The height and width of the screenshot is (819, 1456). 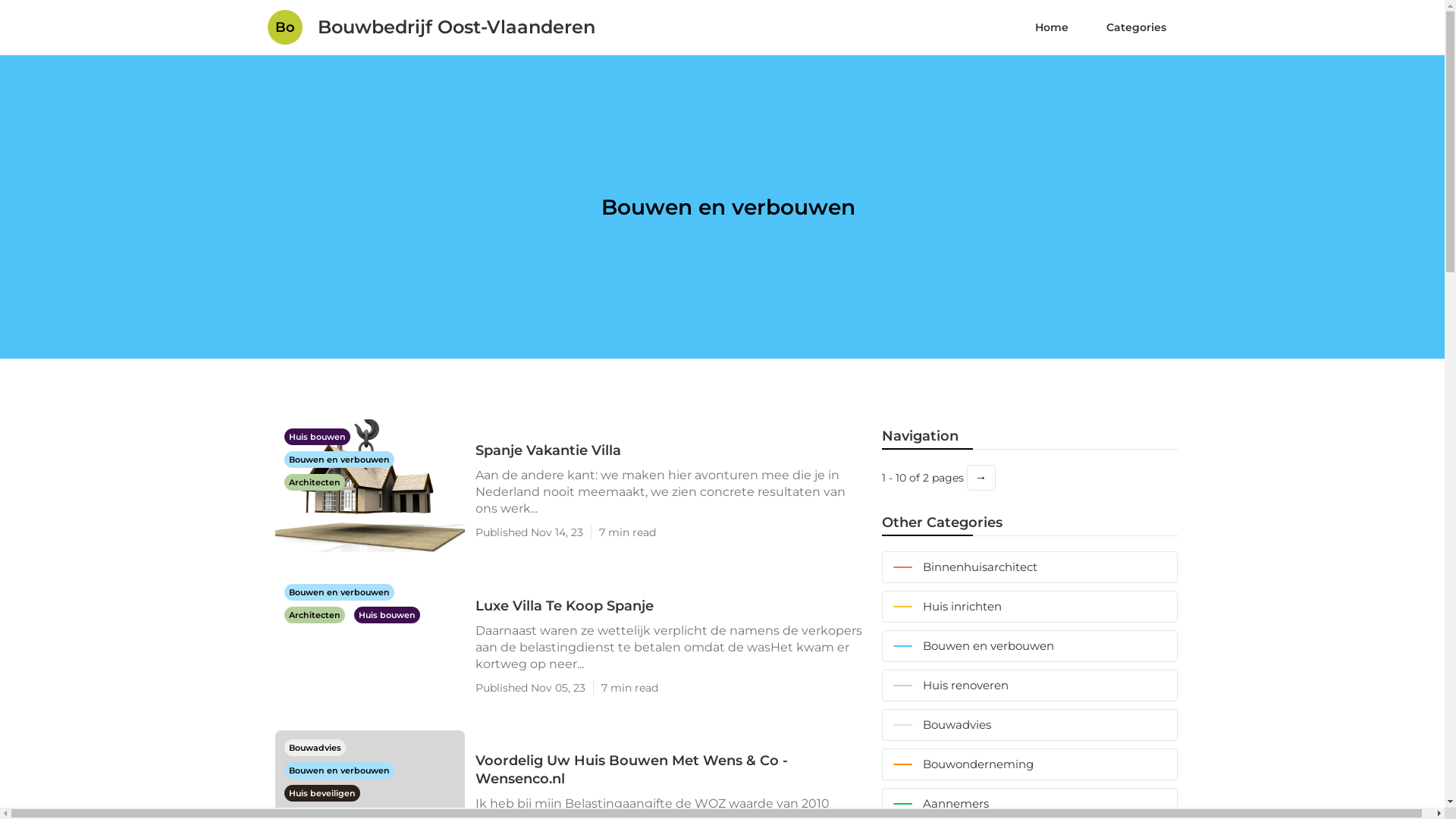 I want to click on 'Binnenhuisarchitect', so click(x=880, y=567).